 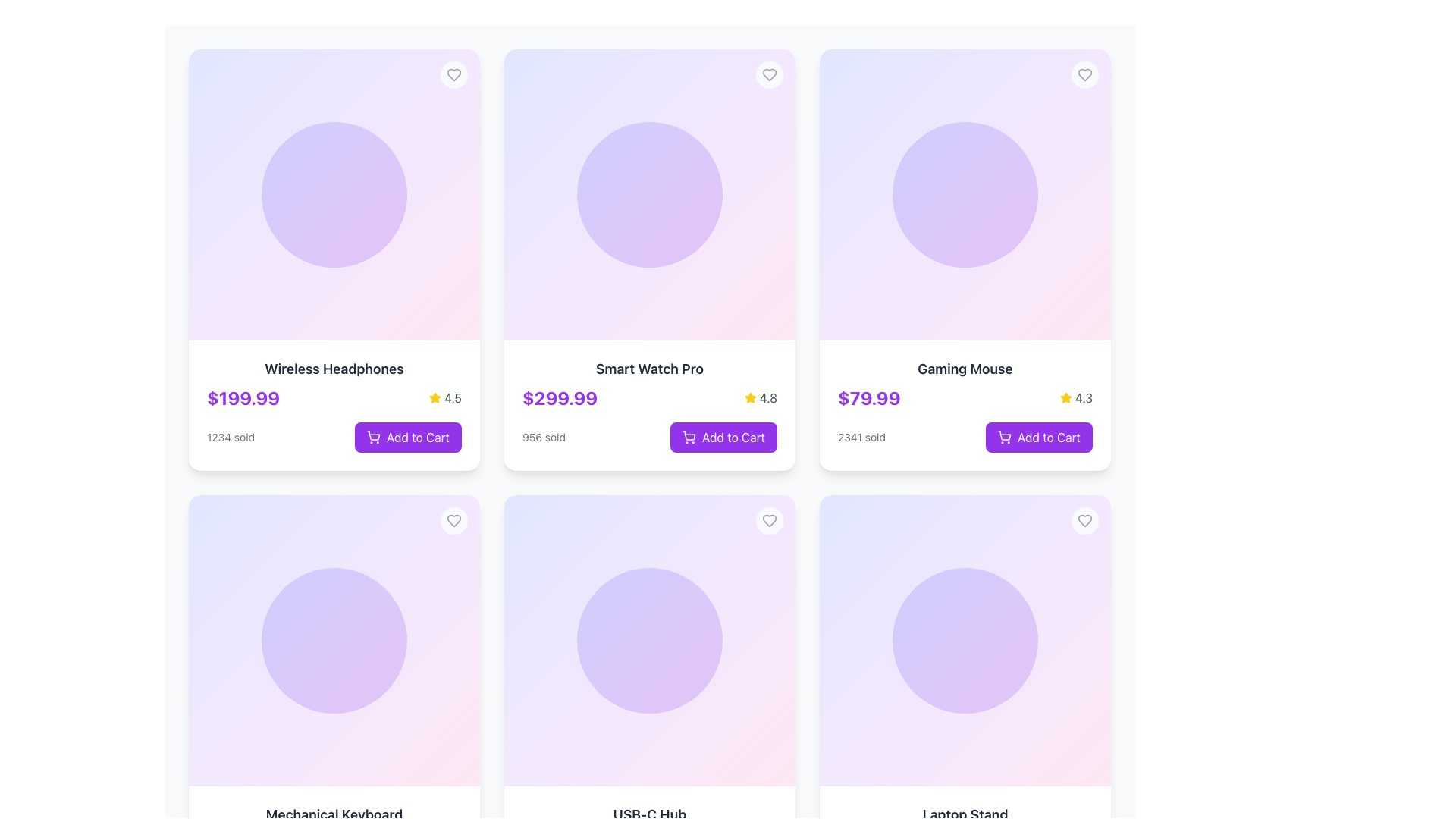 I want to click on the circular button with a heart icon located at the top-right corner of the product card for keyboard accessibility, so click(x=453, y=519).